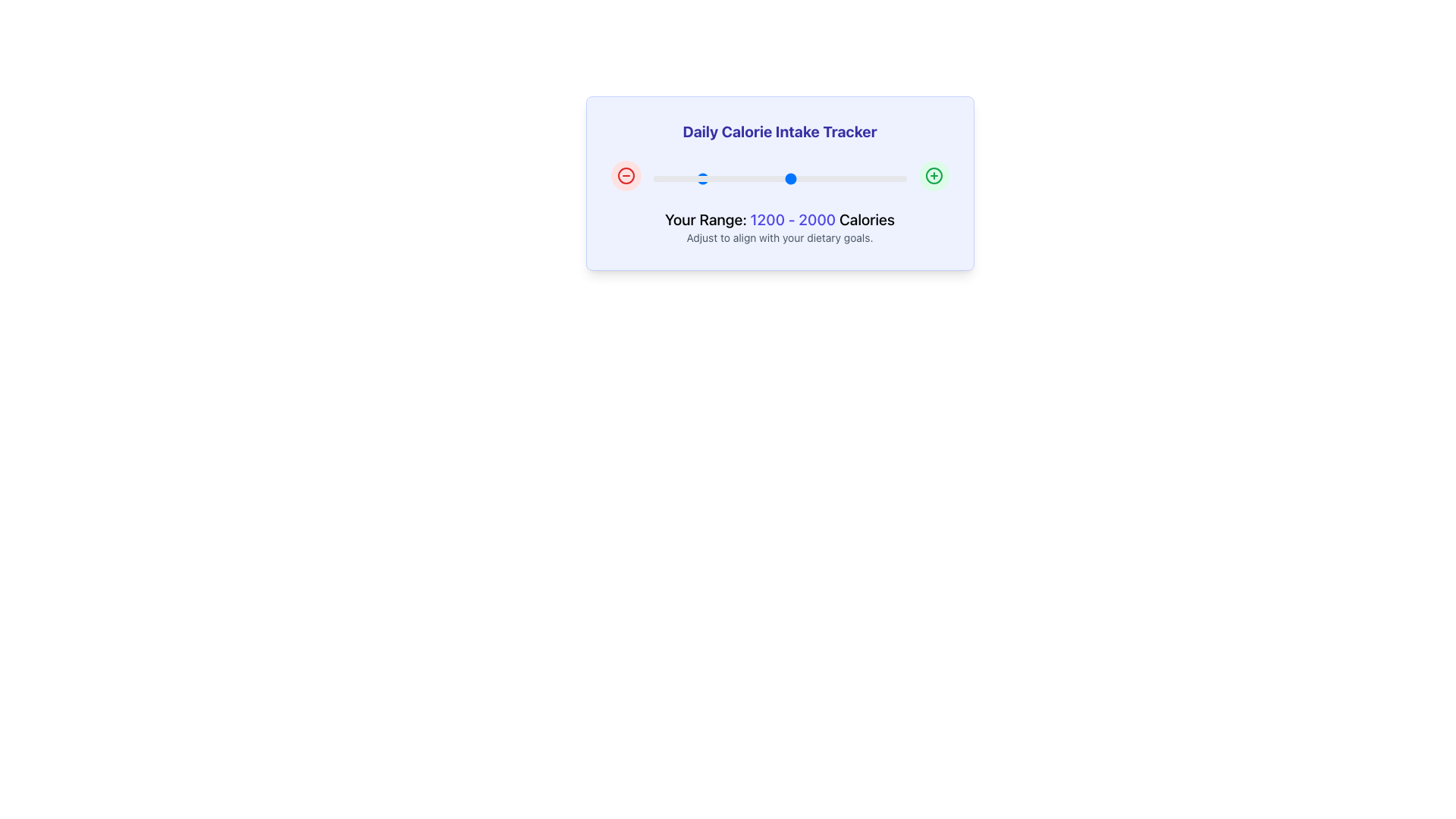 This screenshot has width=1456, height=819. What do you see at coordinates (792, 219) in the screenshot?
I see `the text element displaying '1200 - 2000' which is part of the phrase 'Your Range: 1200 - 2000 Calories'` at bounding box center [792, 219].